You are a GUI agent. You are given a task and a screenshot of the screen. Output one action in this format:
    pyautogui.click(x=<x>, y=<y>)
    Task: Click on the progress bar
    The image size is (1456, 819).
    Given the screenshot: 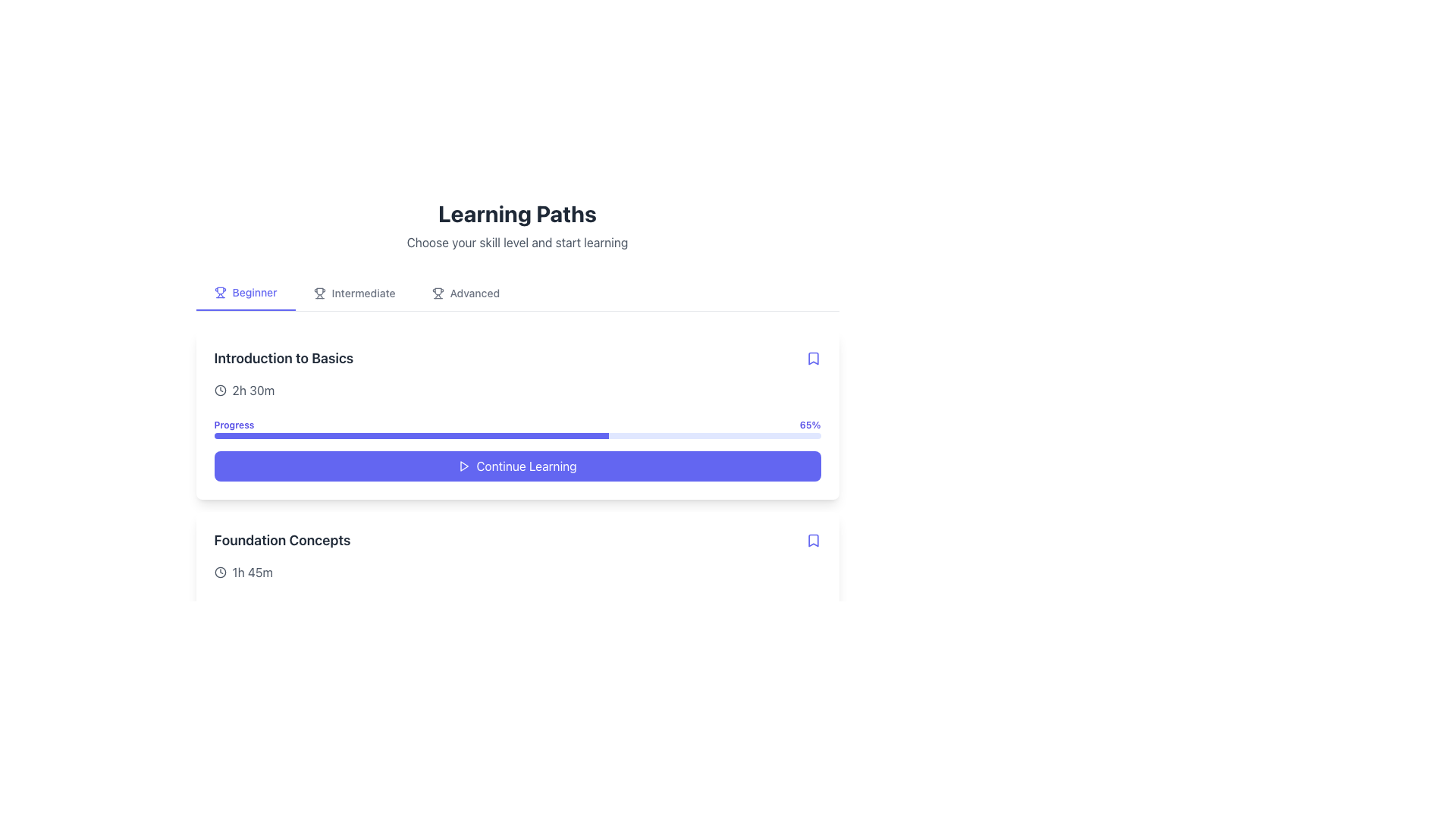 What is the action you would take?
    pyautogui.click(x=213, y=435)
    